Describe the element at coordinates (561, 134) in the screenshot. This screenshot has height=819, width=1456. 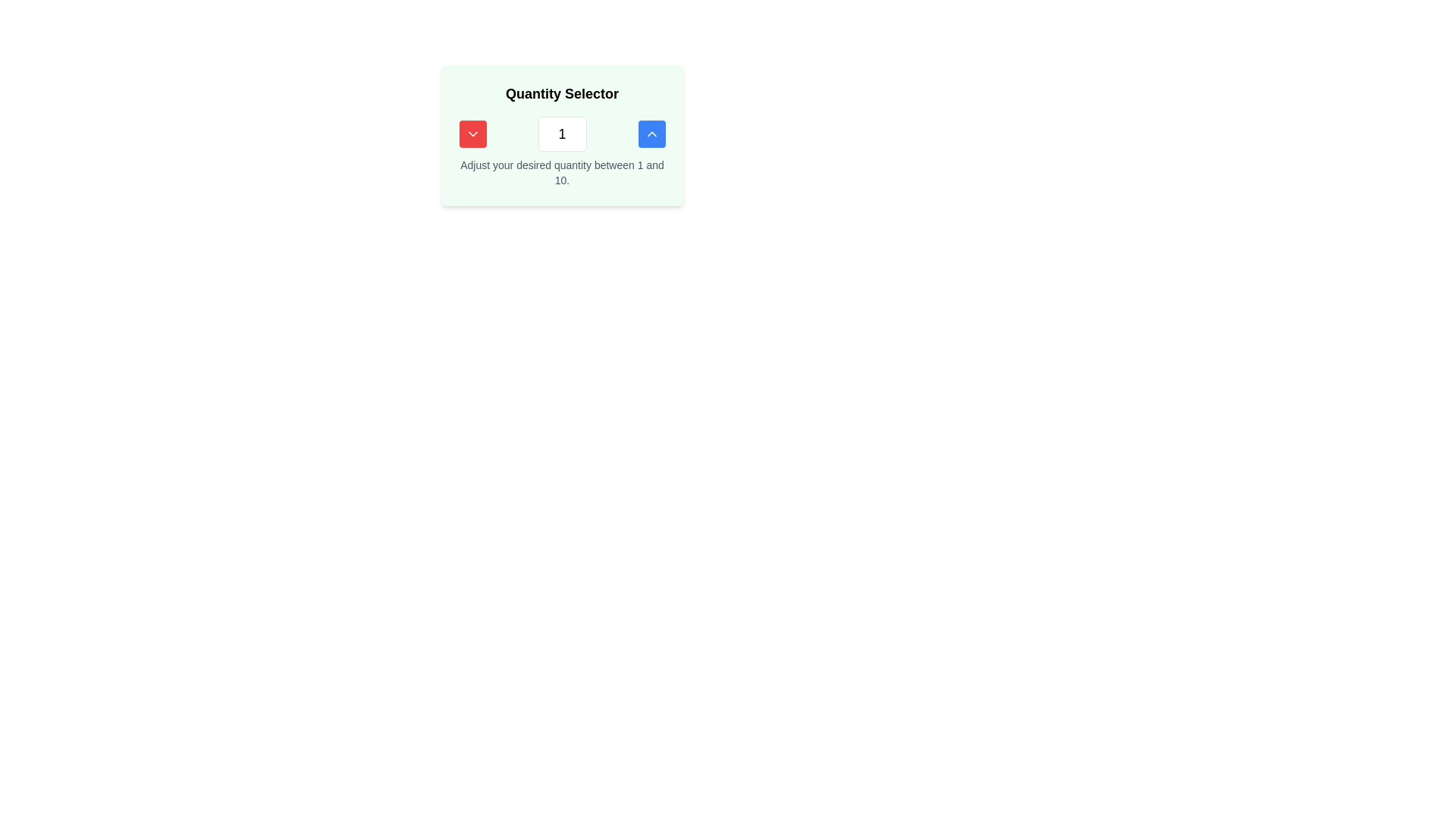
I see `the input box of the Composite component that allows users to view and update a numeric quantity` at that location.